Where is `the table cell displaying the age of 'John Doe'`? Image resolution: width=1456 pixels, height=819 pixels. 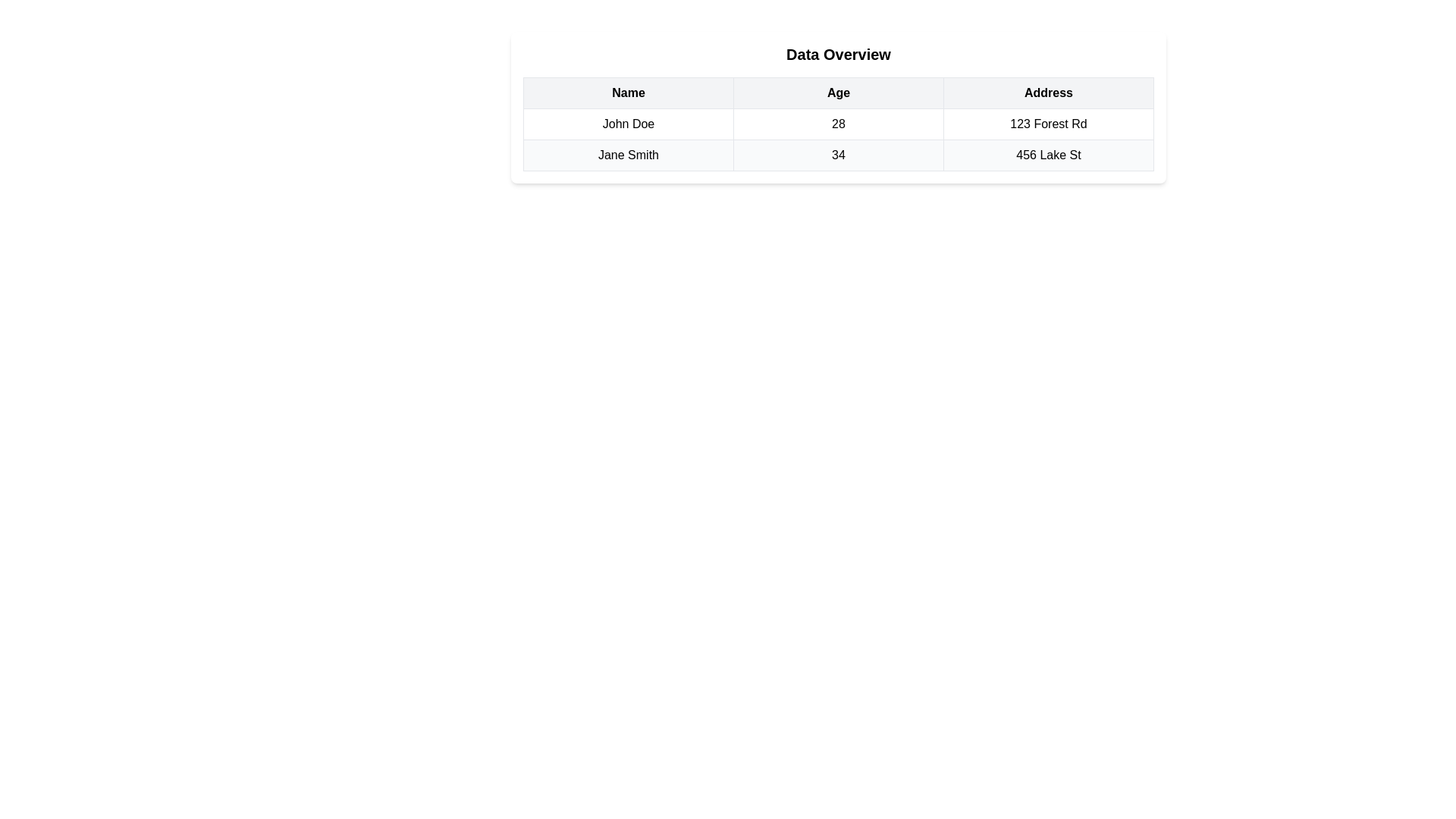
the table cell displaying the age of 'John Doe' is located at coordinates (837, 124).